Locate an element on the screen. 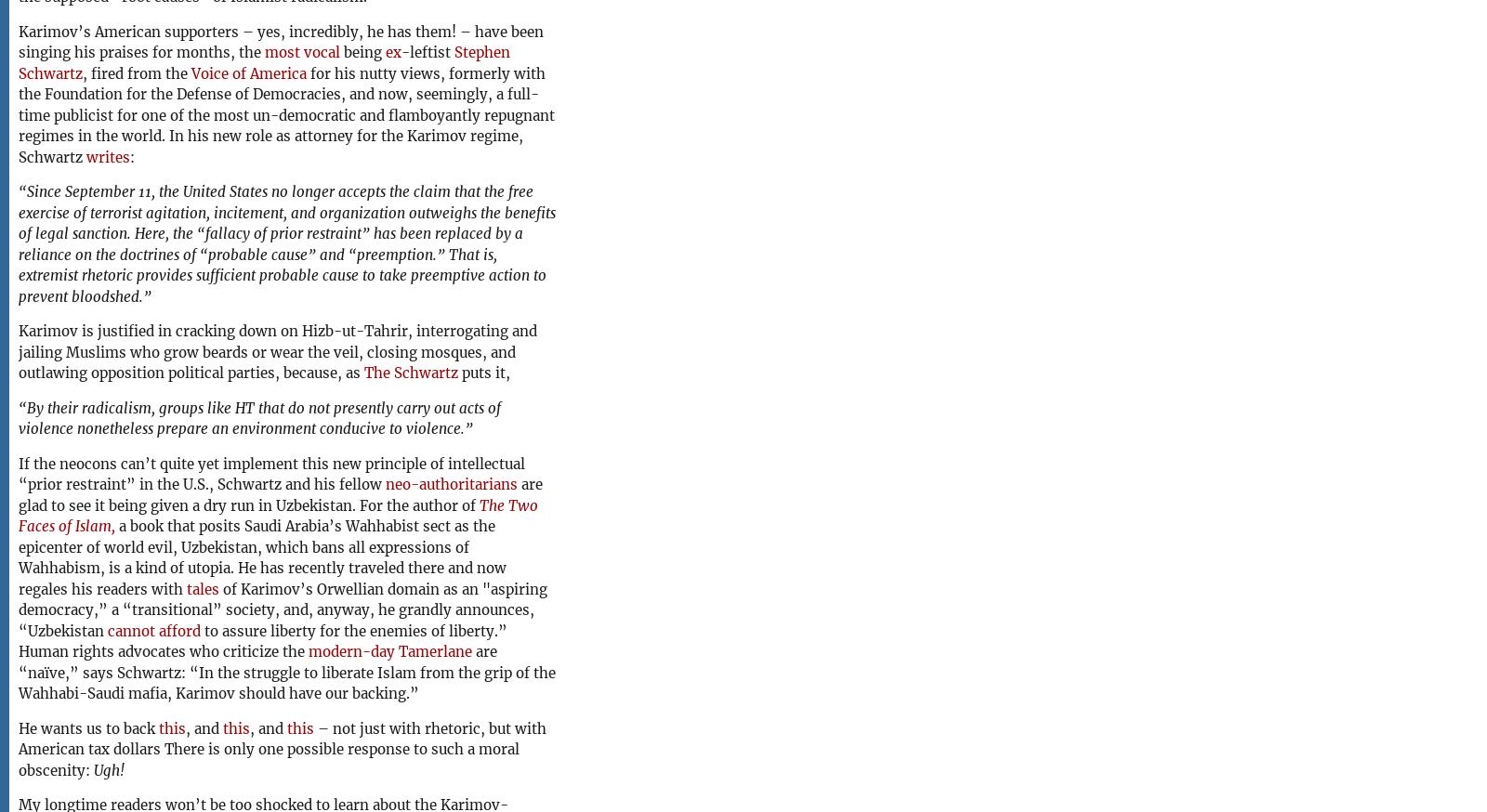  '“By their radicalism, groups like HT that do not presently carry out acts of violence nonetheless prepare an environment conducive to violence.”' is located at coordinates (259, 417).